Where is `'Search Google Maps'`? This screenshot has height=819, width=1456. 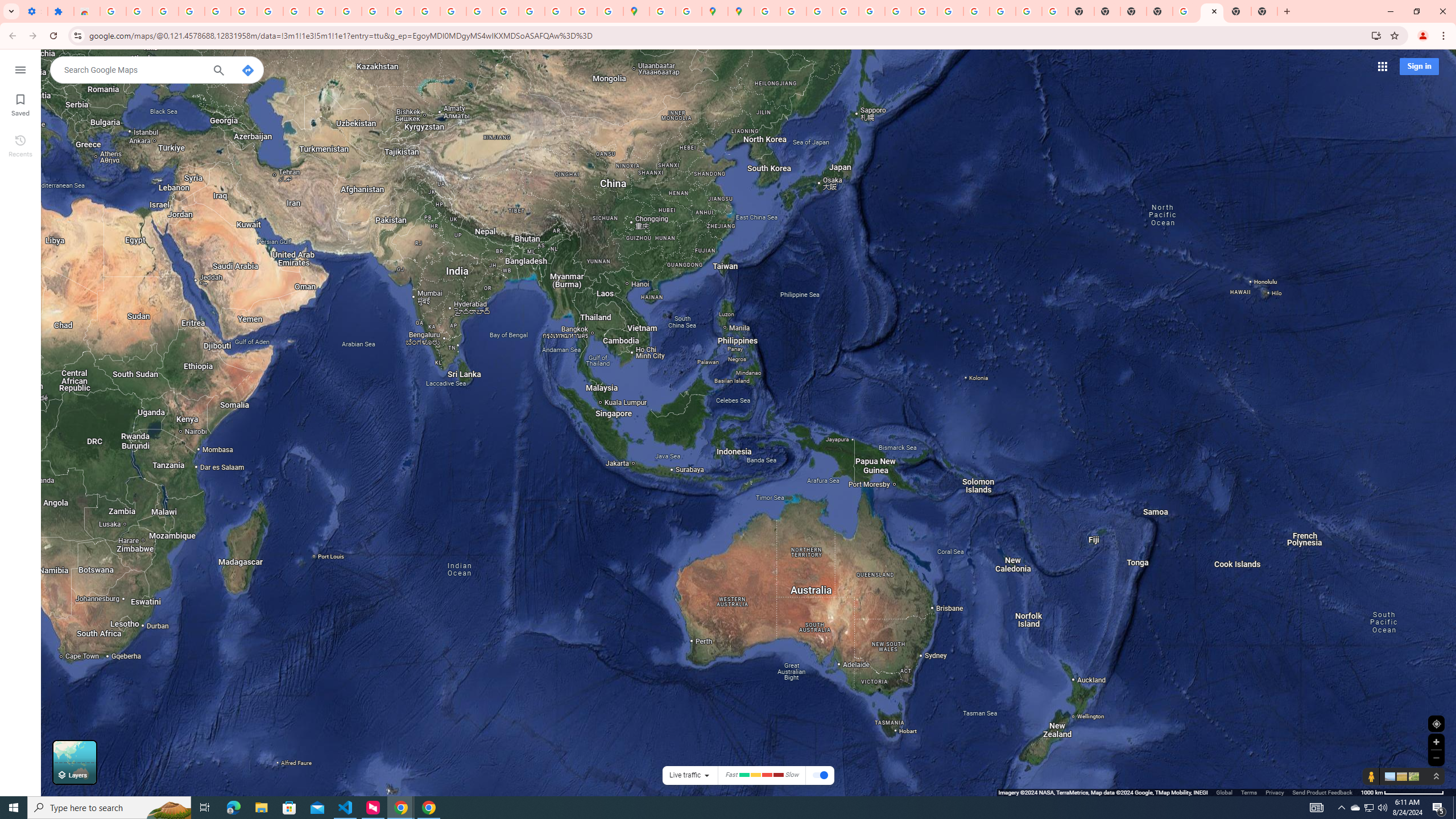
'Search Google Maps' is located at coordinates (133, 69).